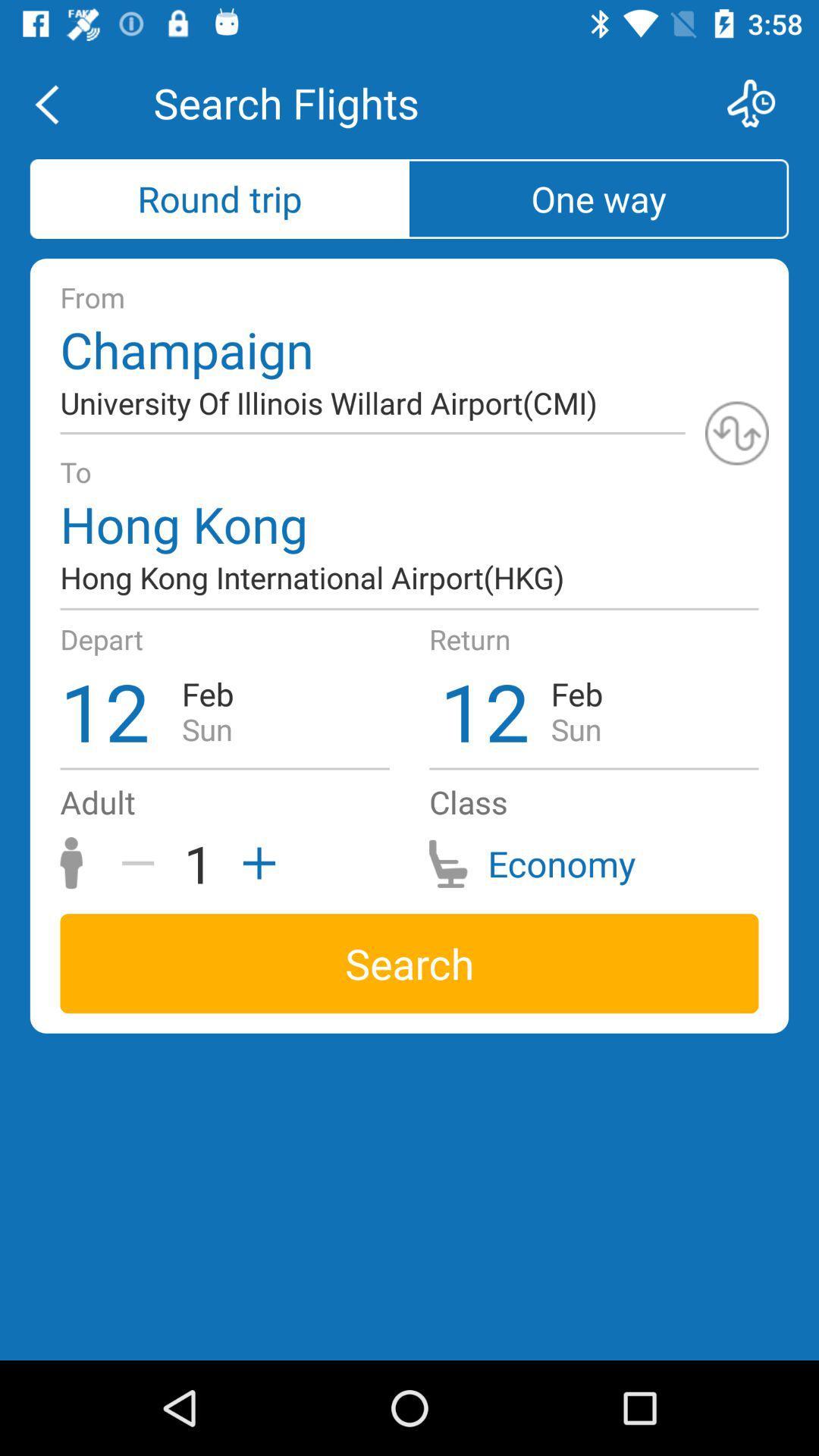  What do you see at coordinates (143, 863) in the screenshot?
I see `the minus icon` at bounding box center [143, 863].